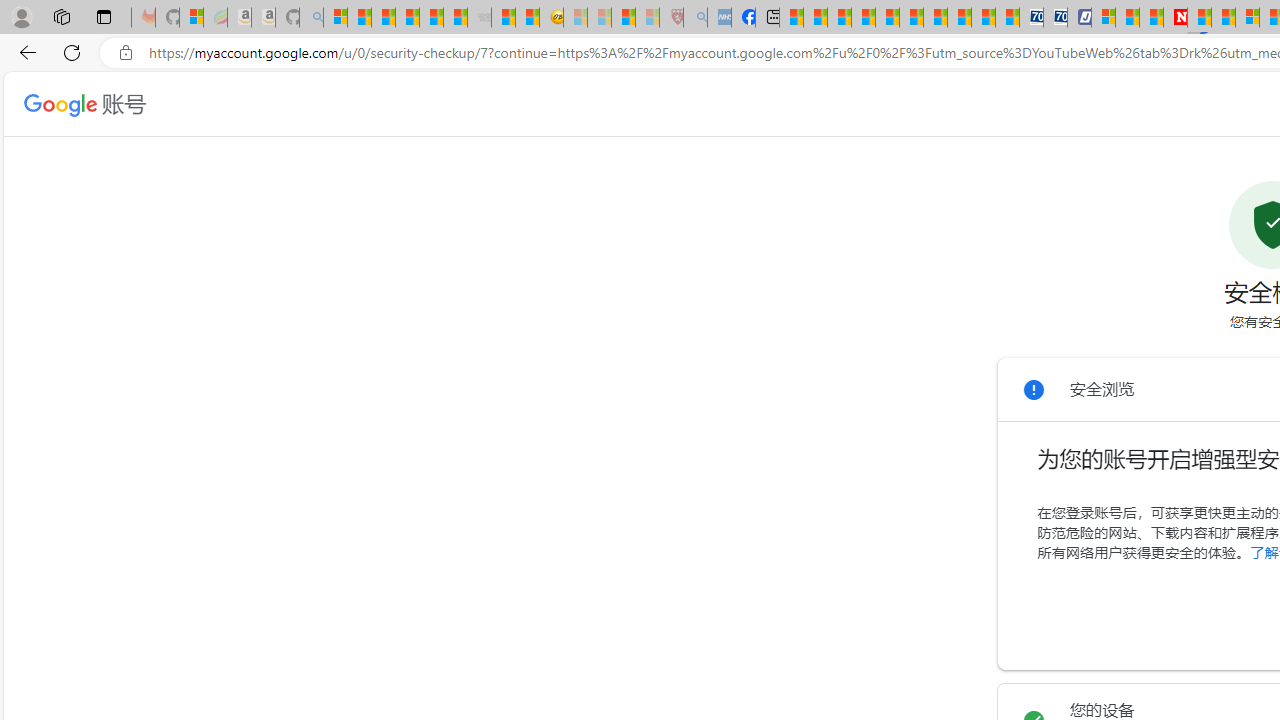 Image resolution: width=1280 pixels, height=720 pixels. What do you see at coordinates (1199, 17) in the screenshot?
I see `'Trusted Community Engagement and Contributions | Guidelines'` at bounding box center [1199, 17].